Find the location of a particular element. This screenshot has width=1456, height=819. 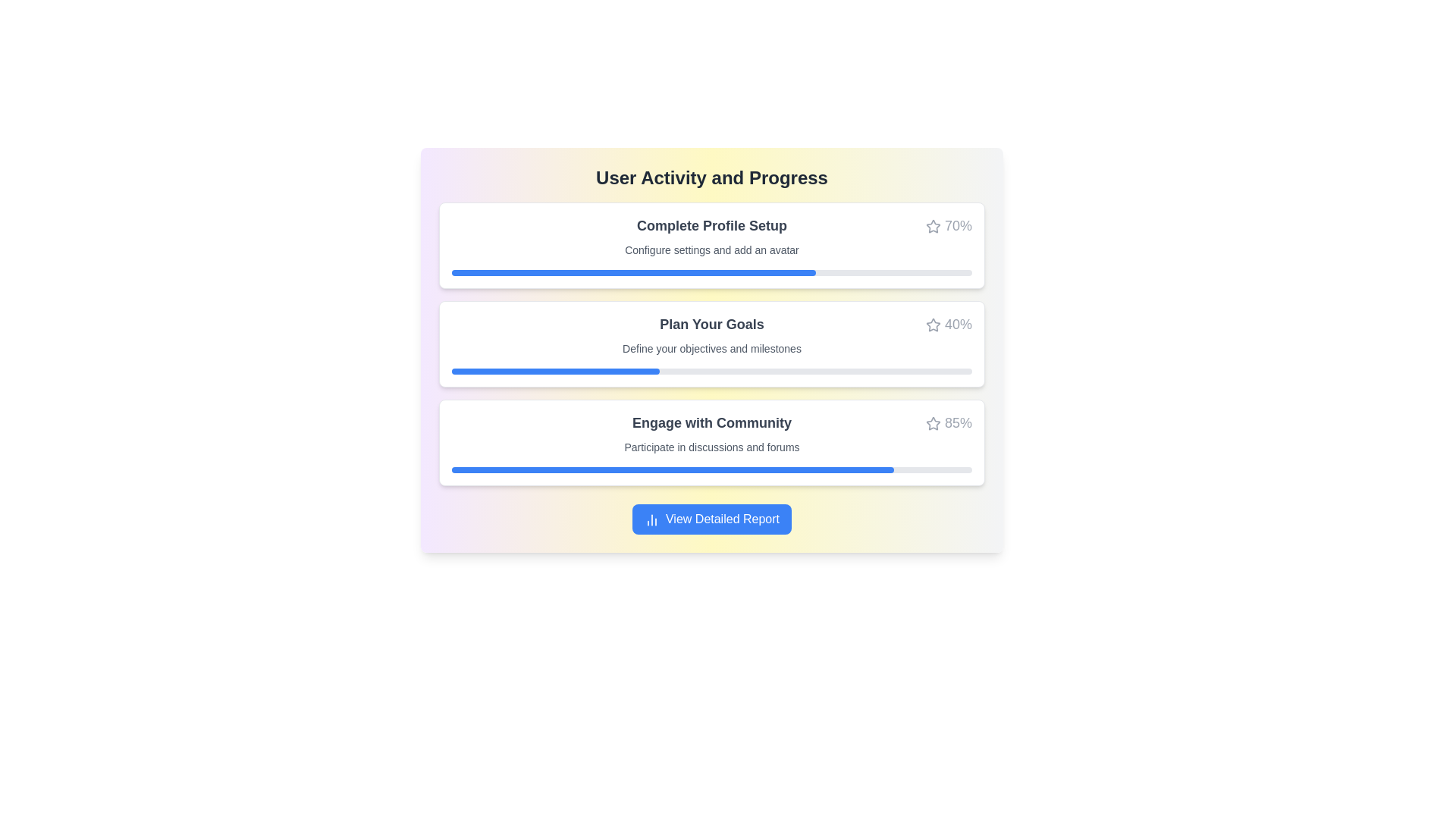

the star-shaped icon with a line drawing appearance located in the third row of the progress area labeled 'Engage with Community', positioned to the right of the percentage indicator (85%) is located at coordinates (932, 424).